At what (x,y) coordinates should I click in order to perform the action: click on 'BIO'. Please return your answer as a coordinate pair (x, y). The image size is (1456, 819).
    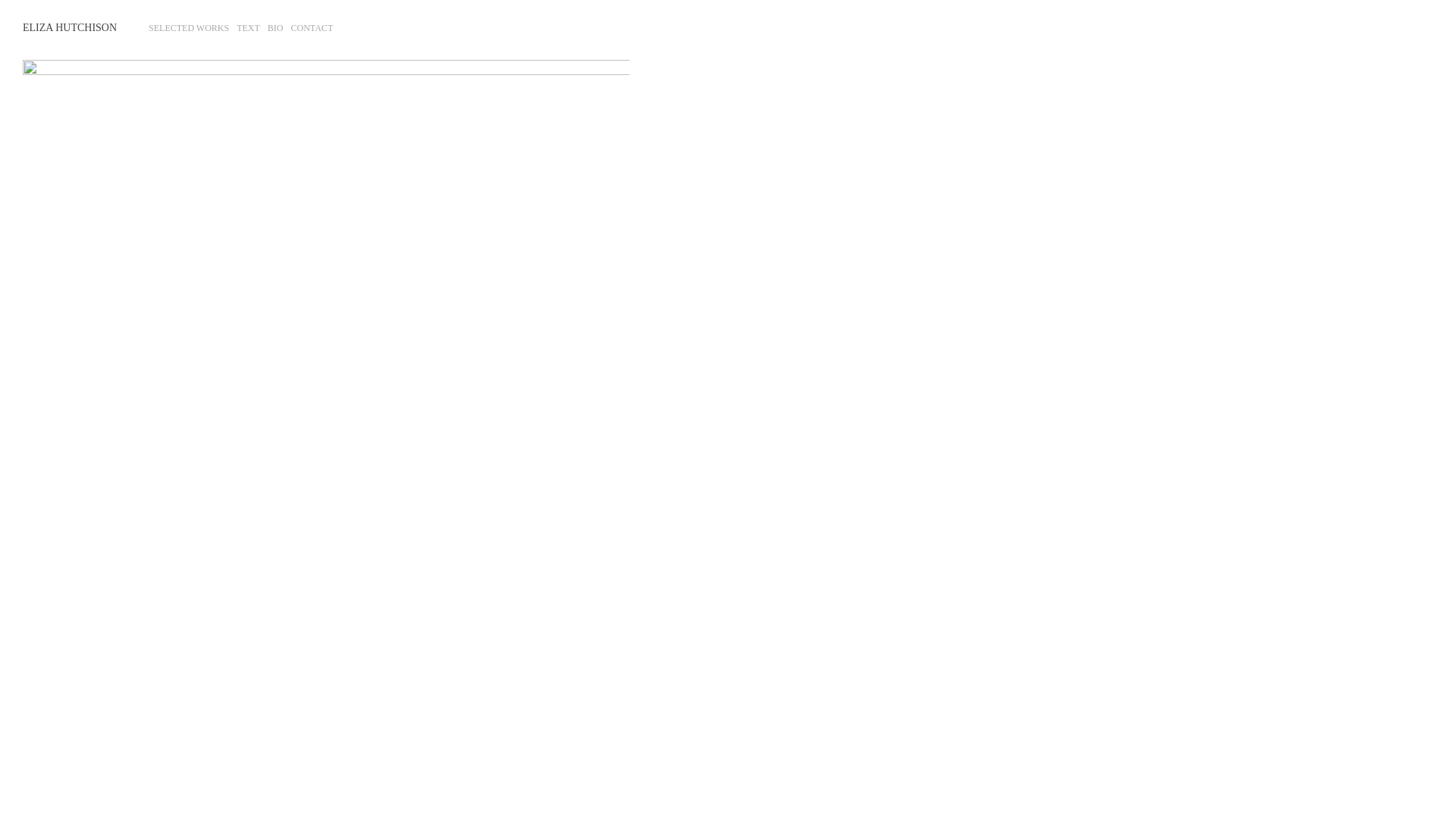
    Looking at the image, I should click on (268, 28).